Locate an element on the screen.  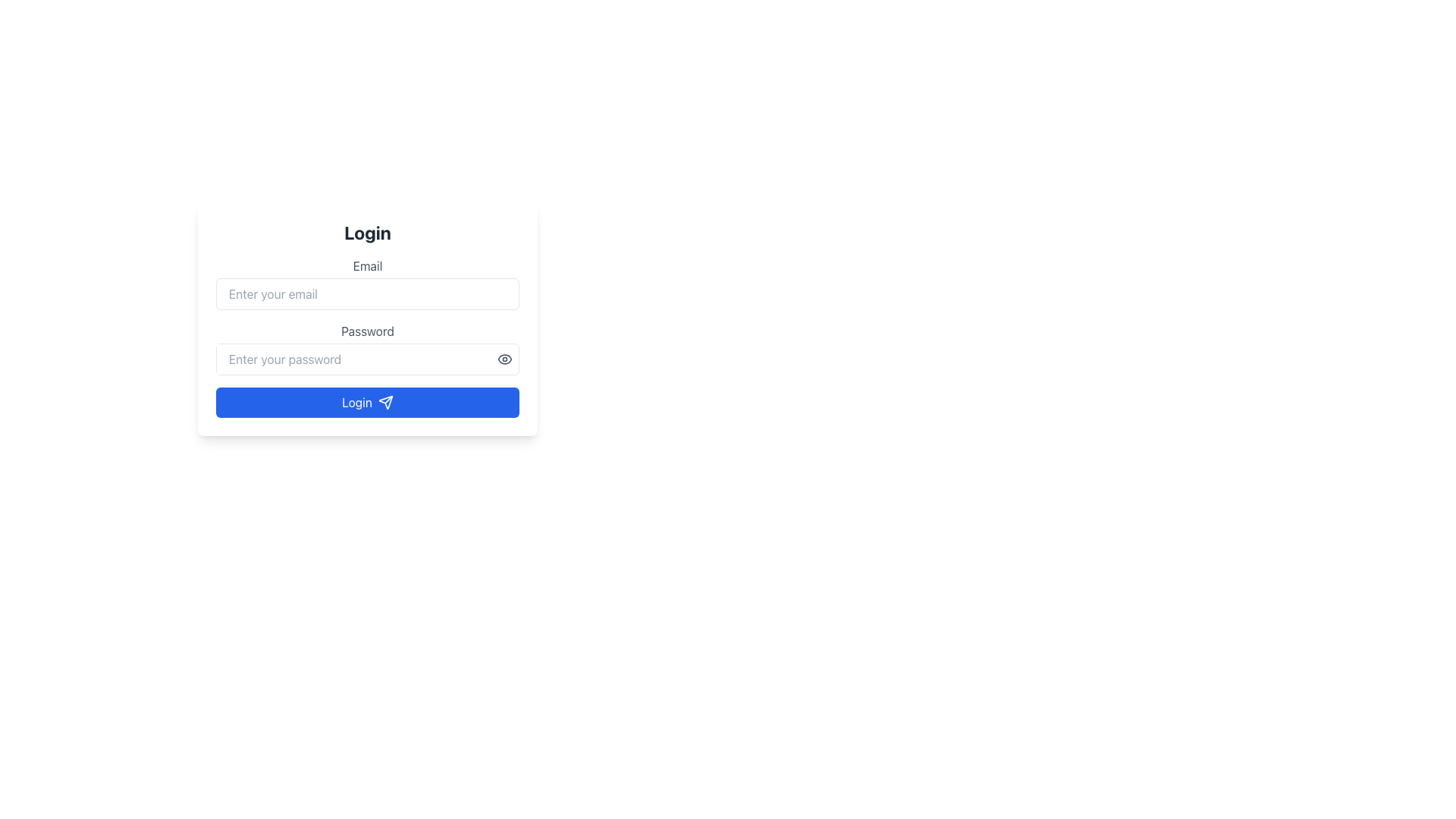
the icon adjacent to the 'Login' button that indicates the action of sending or submitting a form is located at coordinates (385, 402).